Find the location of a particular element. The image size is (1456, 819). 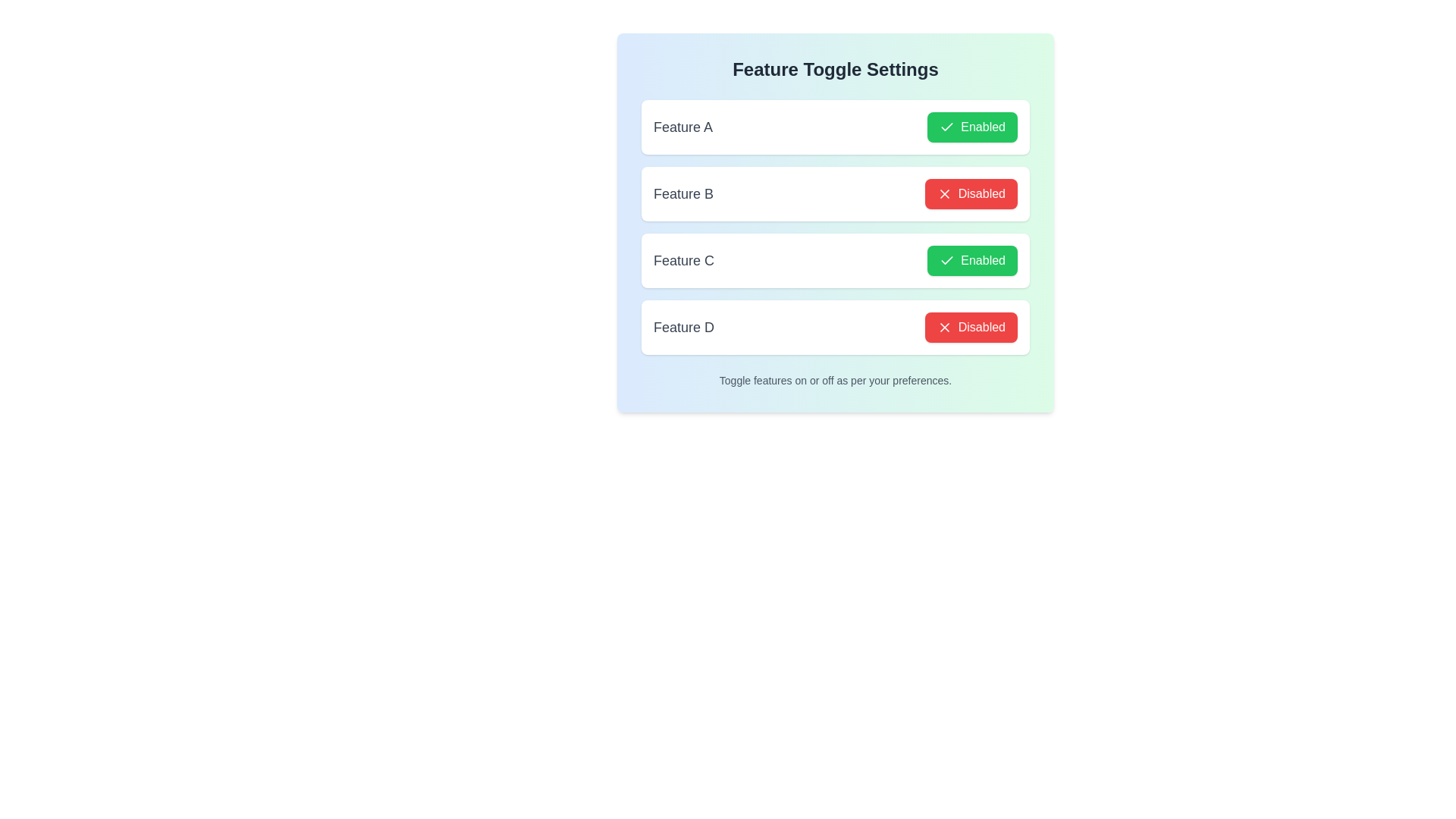

the text label displaying 'Feature C', which is a medium-sized gray title, capitalized and grouped with a green 'Enabled' button and checkmark icon is located at coordinates (683, 259).